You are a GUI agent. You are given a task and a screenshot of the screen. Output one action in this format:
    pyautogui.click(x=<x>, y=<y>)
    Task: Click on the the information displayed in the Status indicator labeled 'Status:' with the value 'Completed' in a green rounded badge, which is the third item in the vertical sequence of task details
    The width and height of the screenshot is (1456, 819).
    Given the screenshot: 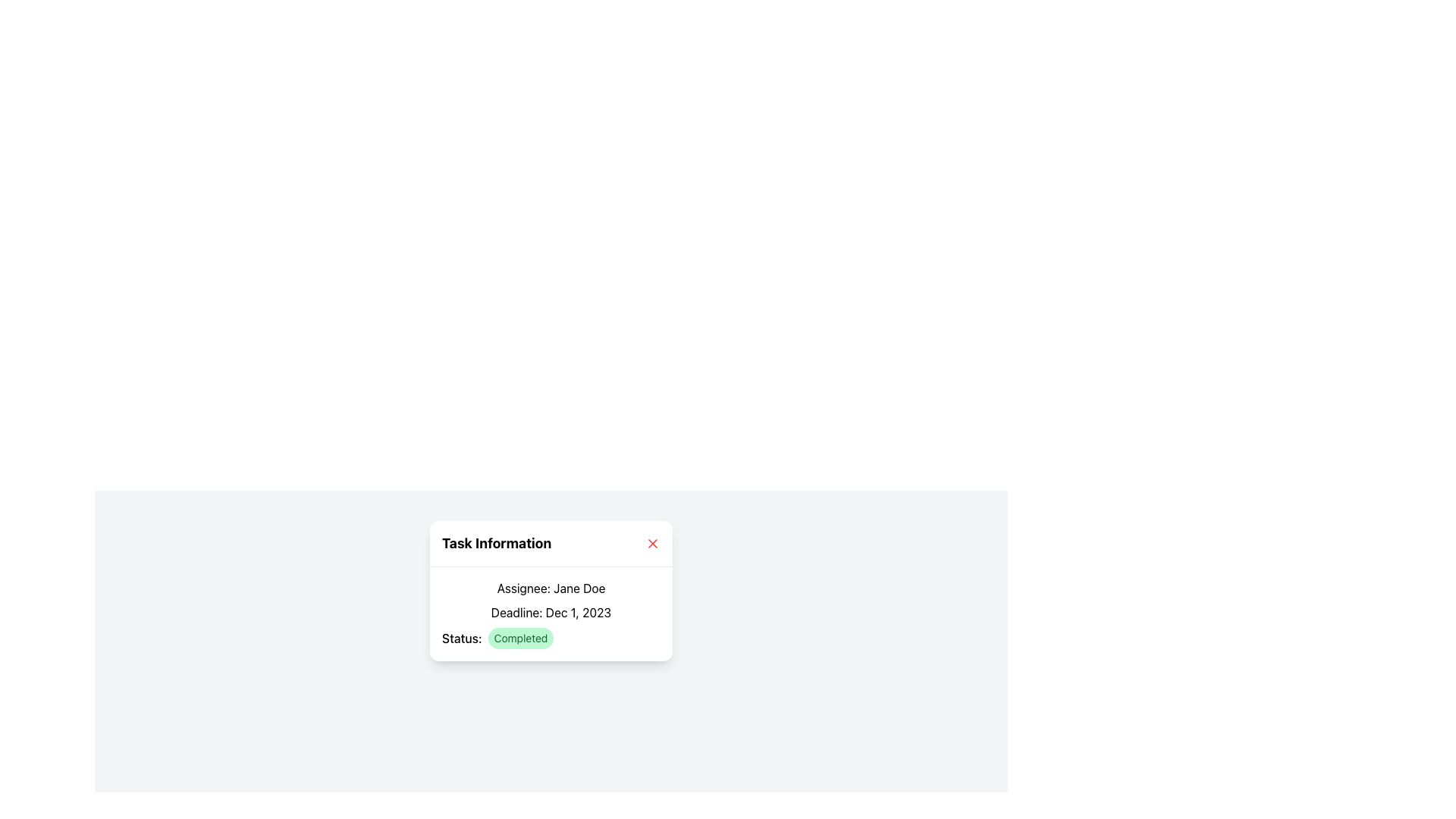 What is the action you would take?
    pyautogui.click(x=550, y=638)
    